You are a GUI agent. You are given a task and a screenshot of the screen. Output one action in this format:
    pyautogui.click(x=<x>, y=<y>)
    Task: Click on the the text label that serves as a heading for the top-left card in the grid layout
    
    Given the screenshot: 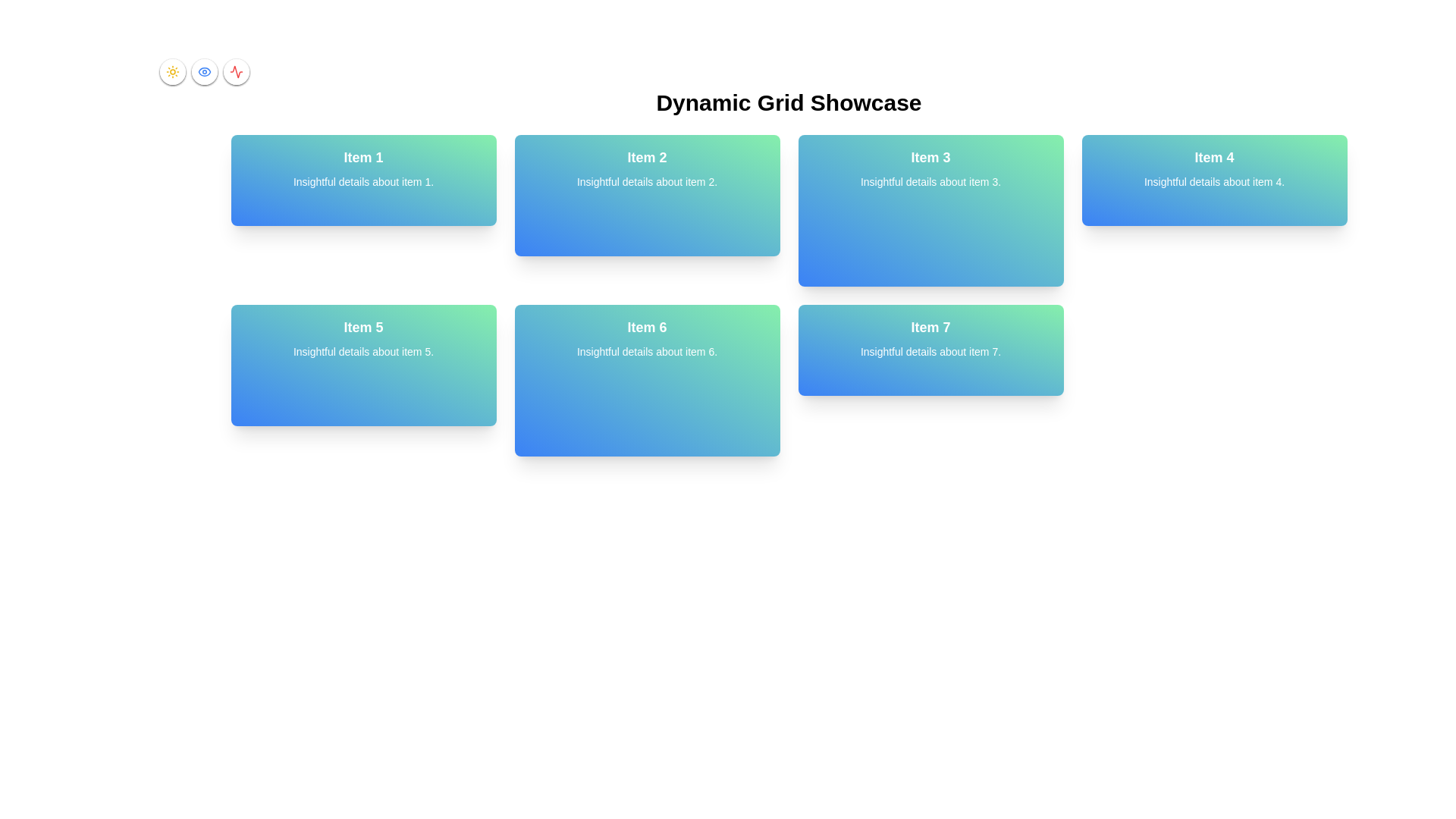 What is the action you would take?
    pyautogui.click(x=362, y=158)
    